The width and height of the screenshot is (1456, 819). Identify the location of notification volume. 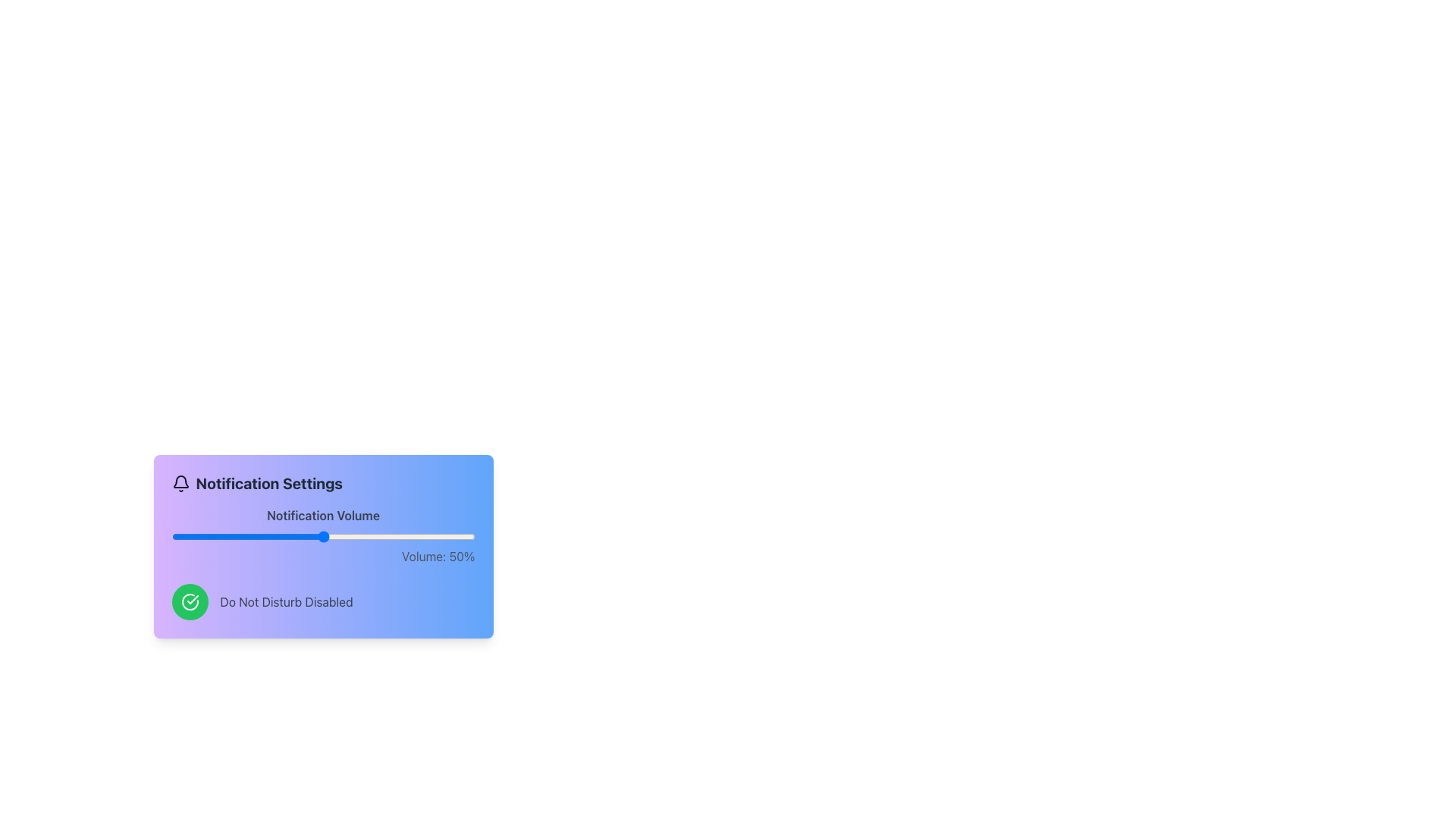
(393, 536).